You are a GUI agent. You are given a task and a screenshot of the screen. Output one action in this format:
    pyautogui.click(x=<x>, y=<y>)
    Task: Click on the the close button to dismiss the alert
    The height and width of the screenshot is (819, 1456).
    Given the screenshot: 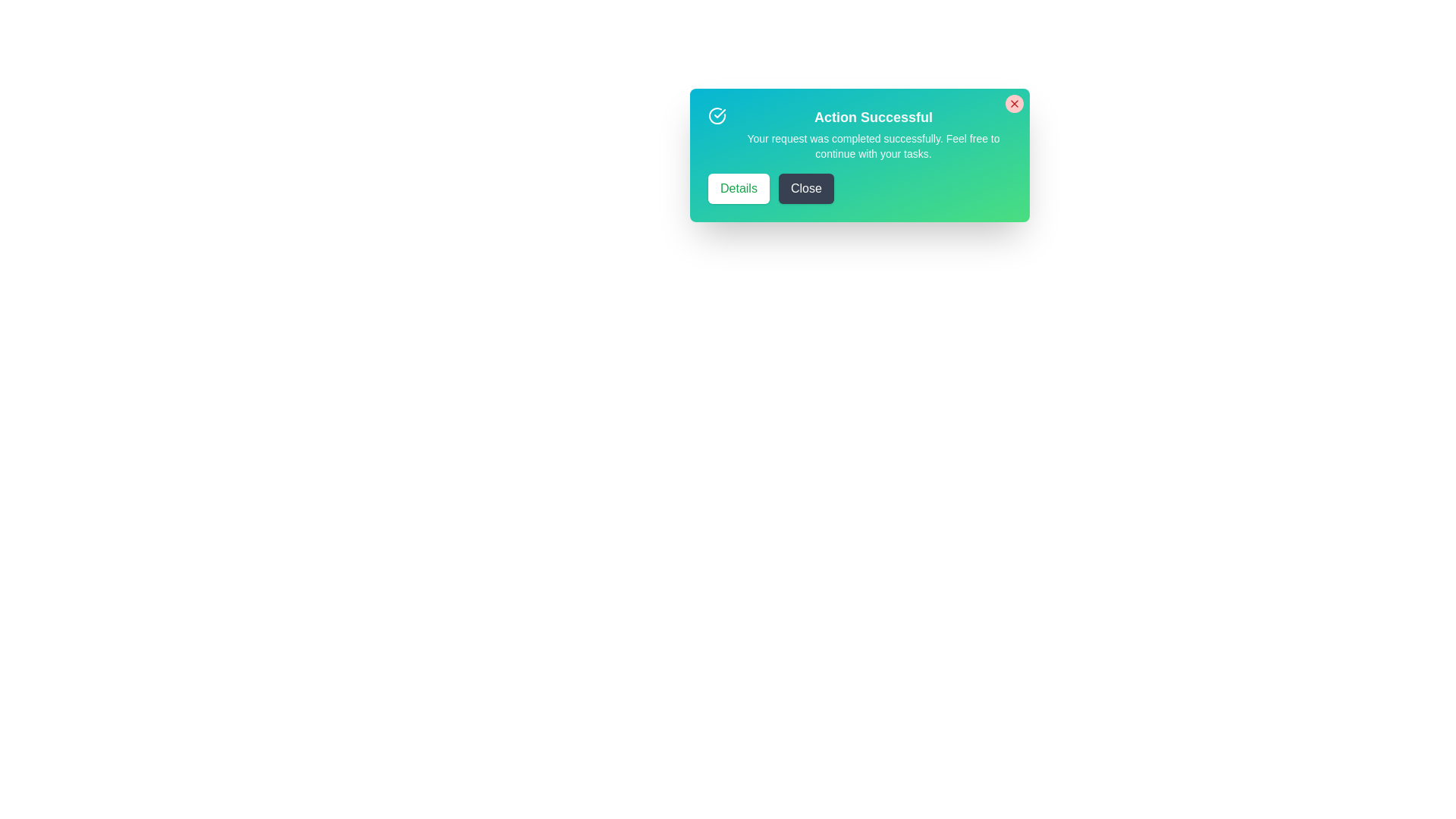 What is the action you would take?
    pyautogui.click(x=1015, y=103)
    